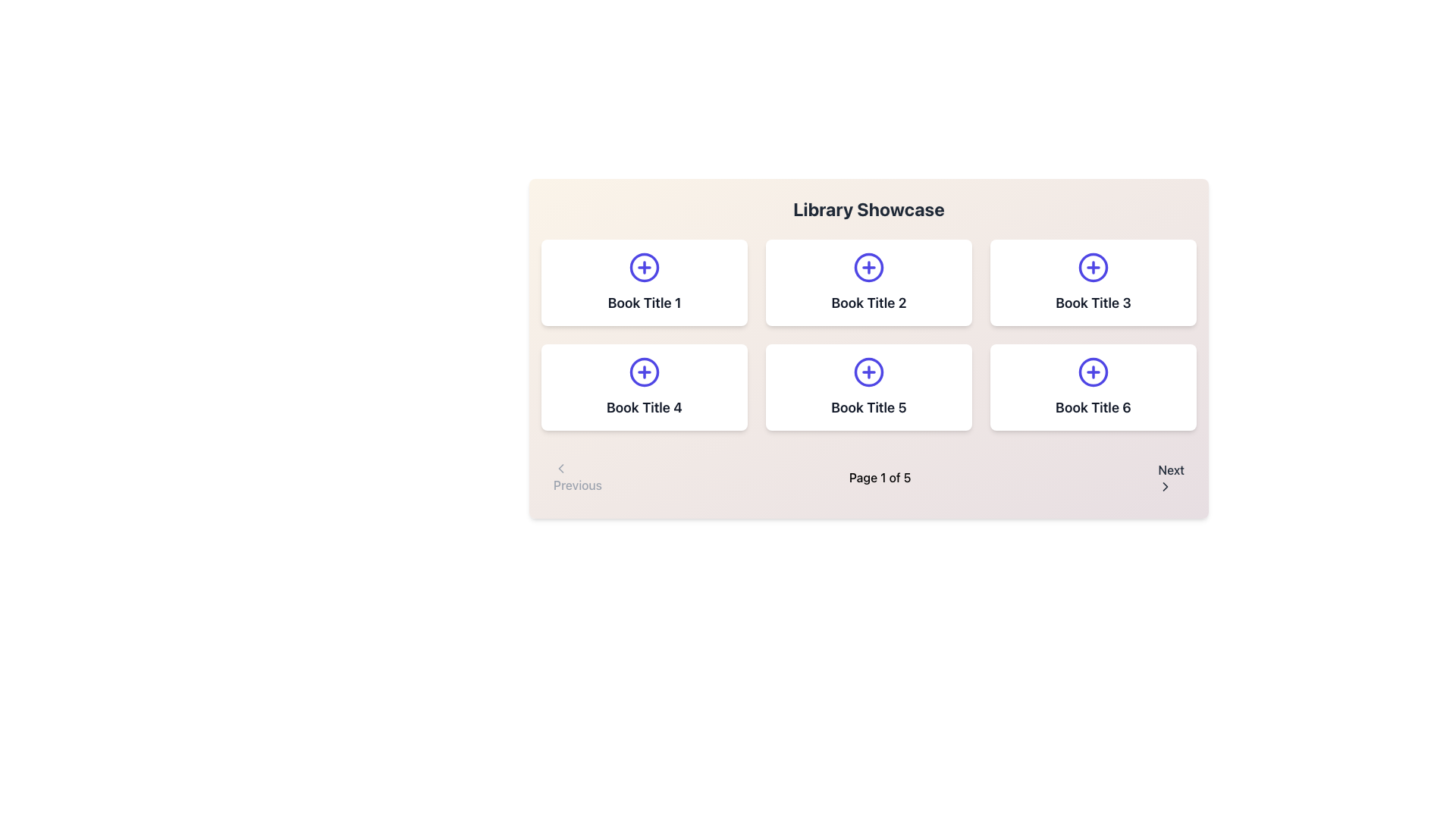 This screenshot has height=819, width=1456. I want to click on the circular button with a plus sign, located in the rightmost column of the top row of icons in the 'Library Showcase' grid to initiate its action, so click(1093, 267).